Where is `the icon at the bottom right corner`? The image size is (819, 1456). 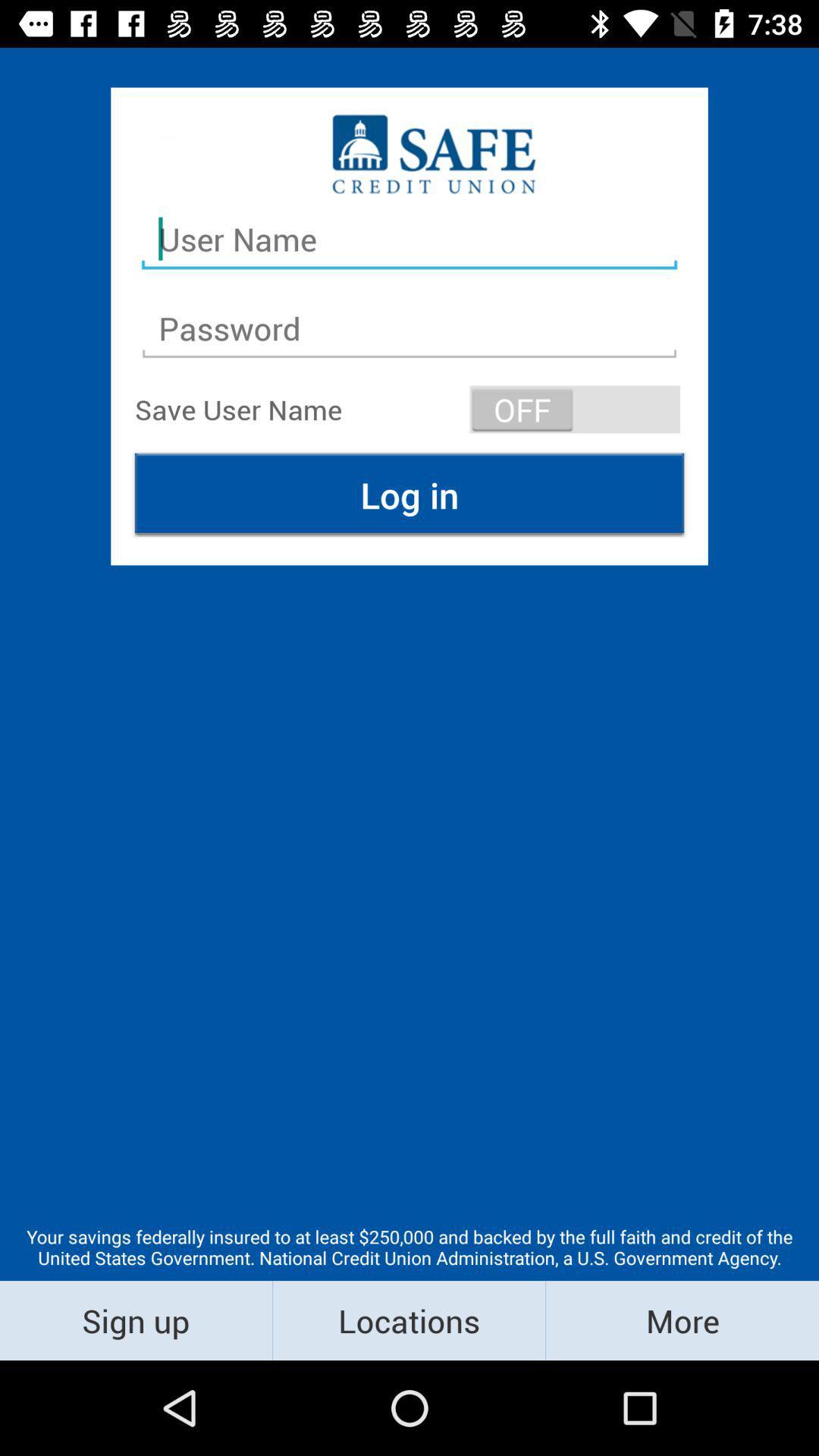
the icon at the bottom right corner is located at coordinates (681, 1319).